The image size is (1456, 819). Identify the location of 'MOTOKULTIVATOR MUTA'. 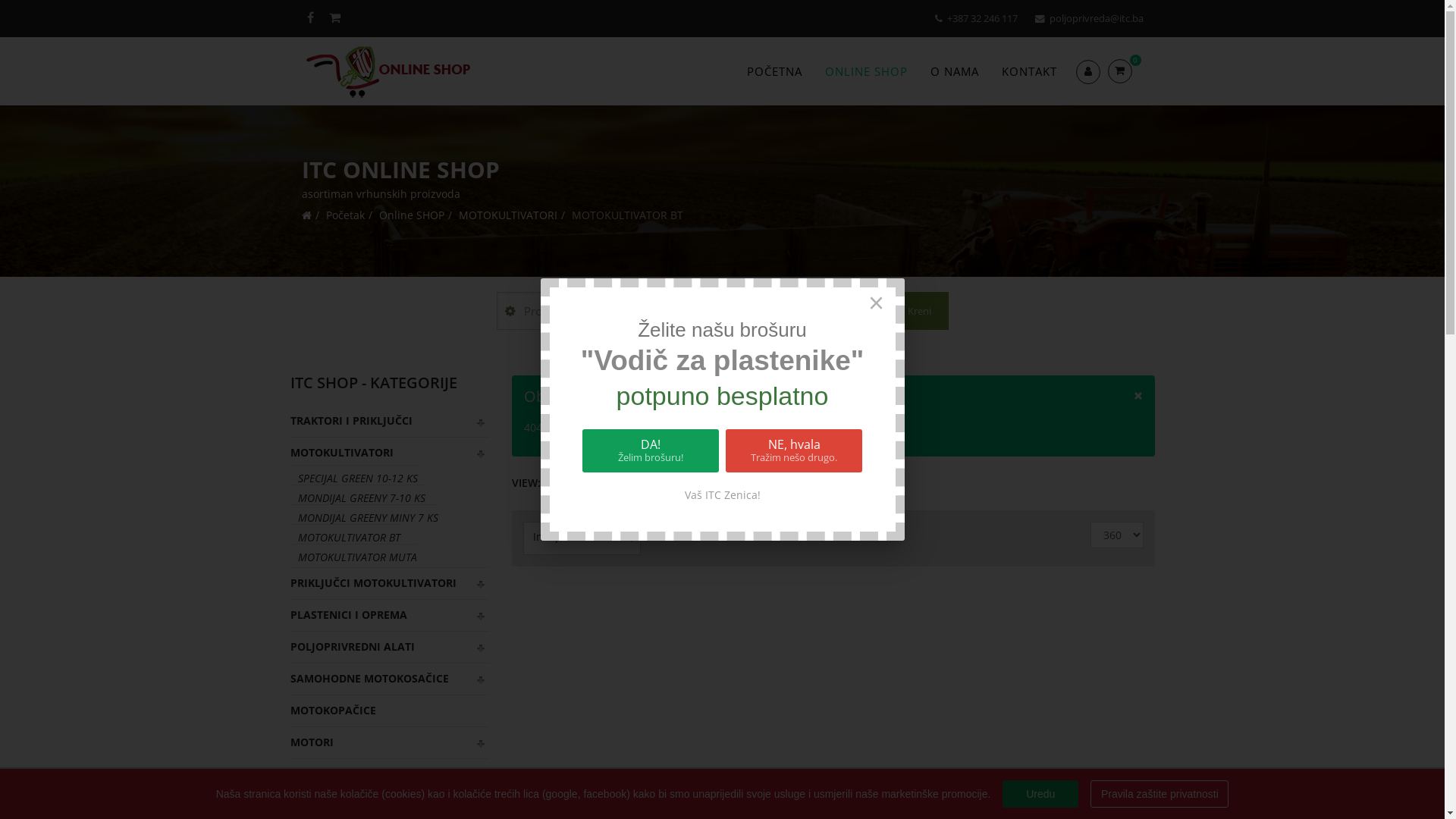
(352, 557).